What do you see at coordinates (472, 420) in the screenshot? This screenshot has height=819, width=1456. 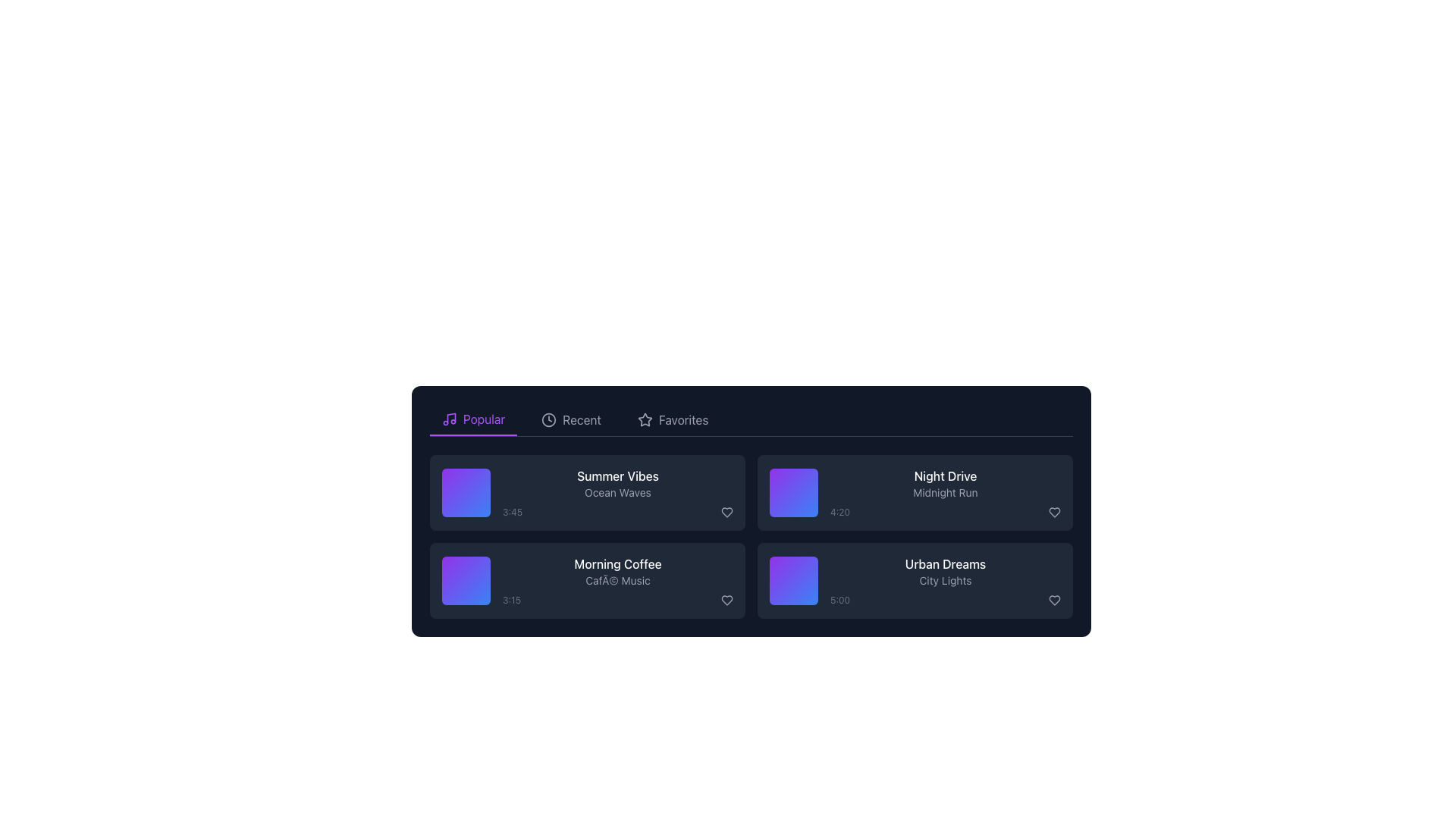 I see `the 'Popular' navigation tab` at bounding box center [472, 420].